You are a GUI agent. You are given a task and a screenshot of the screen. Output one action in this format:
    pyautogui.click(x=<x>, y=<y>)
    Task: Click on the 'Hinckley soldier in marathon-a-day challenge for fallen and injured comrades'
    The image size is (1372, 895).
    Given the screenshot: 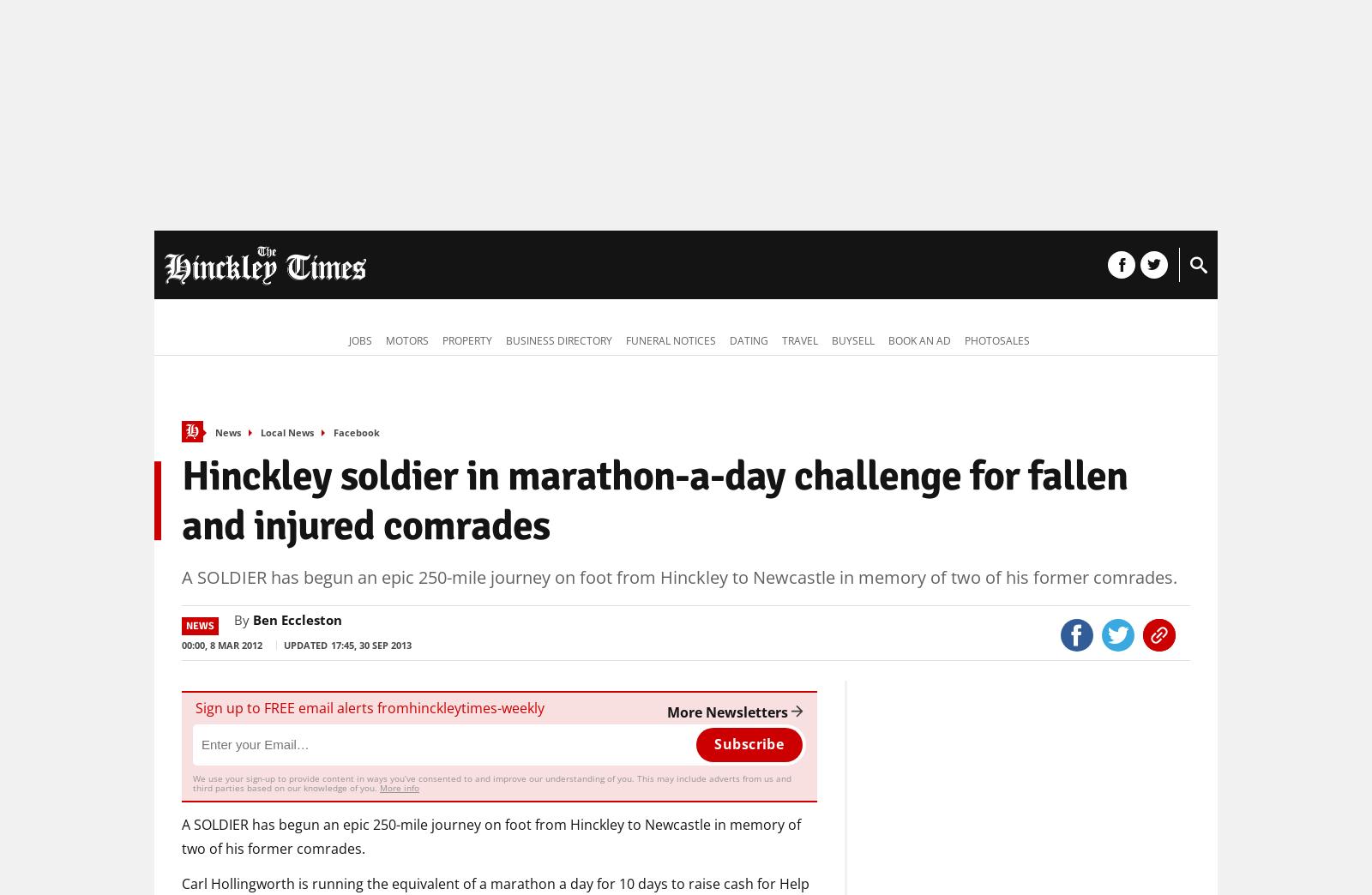 What is the action you would take?
    pyautogui.click(x=654, y=500)
    